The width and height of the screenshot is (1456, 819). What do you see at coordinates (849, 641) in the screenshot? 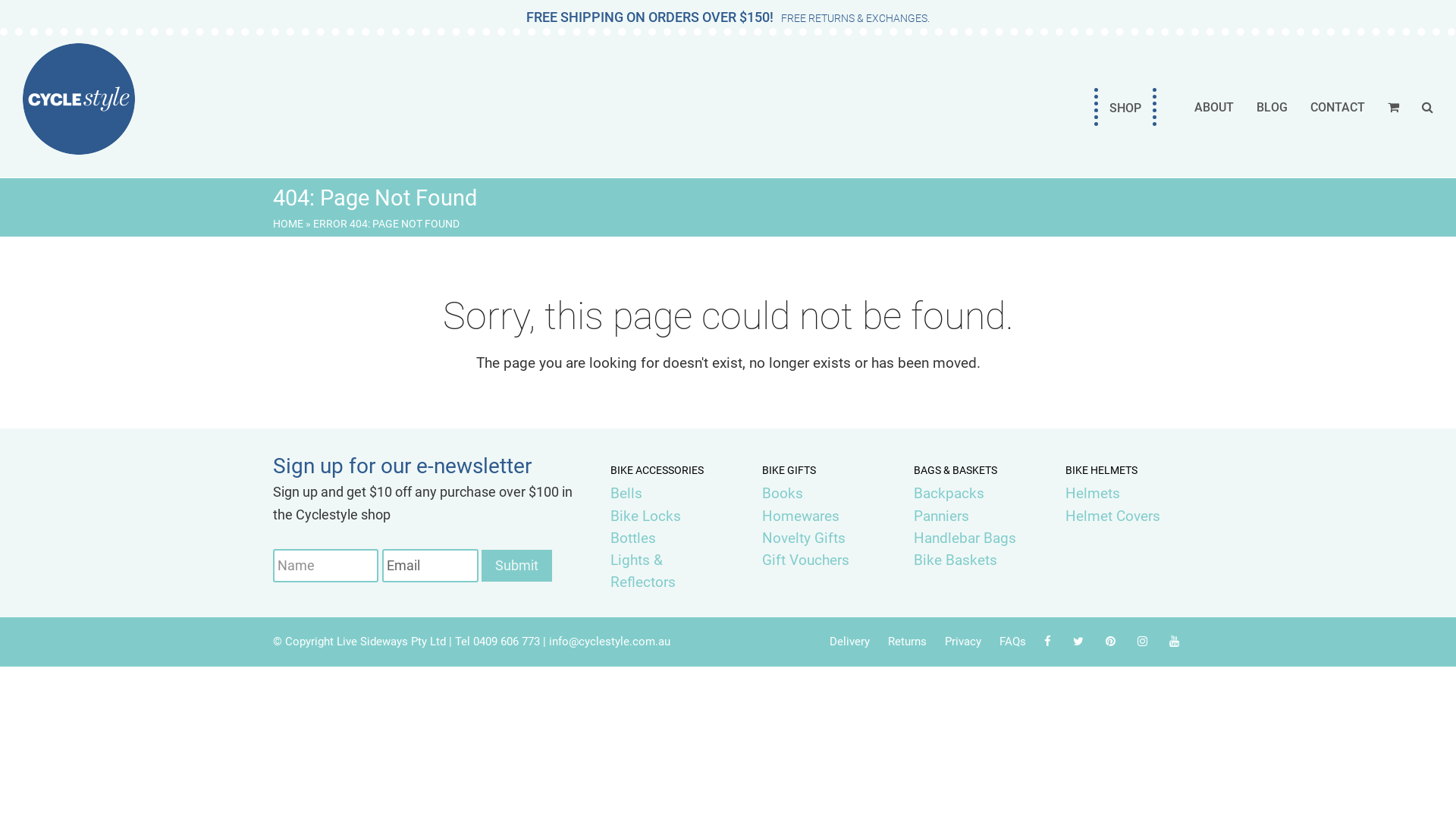
I see `'Delivery'` at bounding box center [849, 641].